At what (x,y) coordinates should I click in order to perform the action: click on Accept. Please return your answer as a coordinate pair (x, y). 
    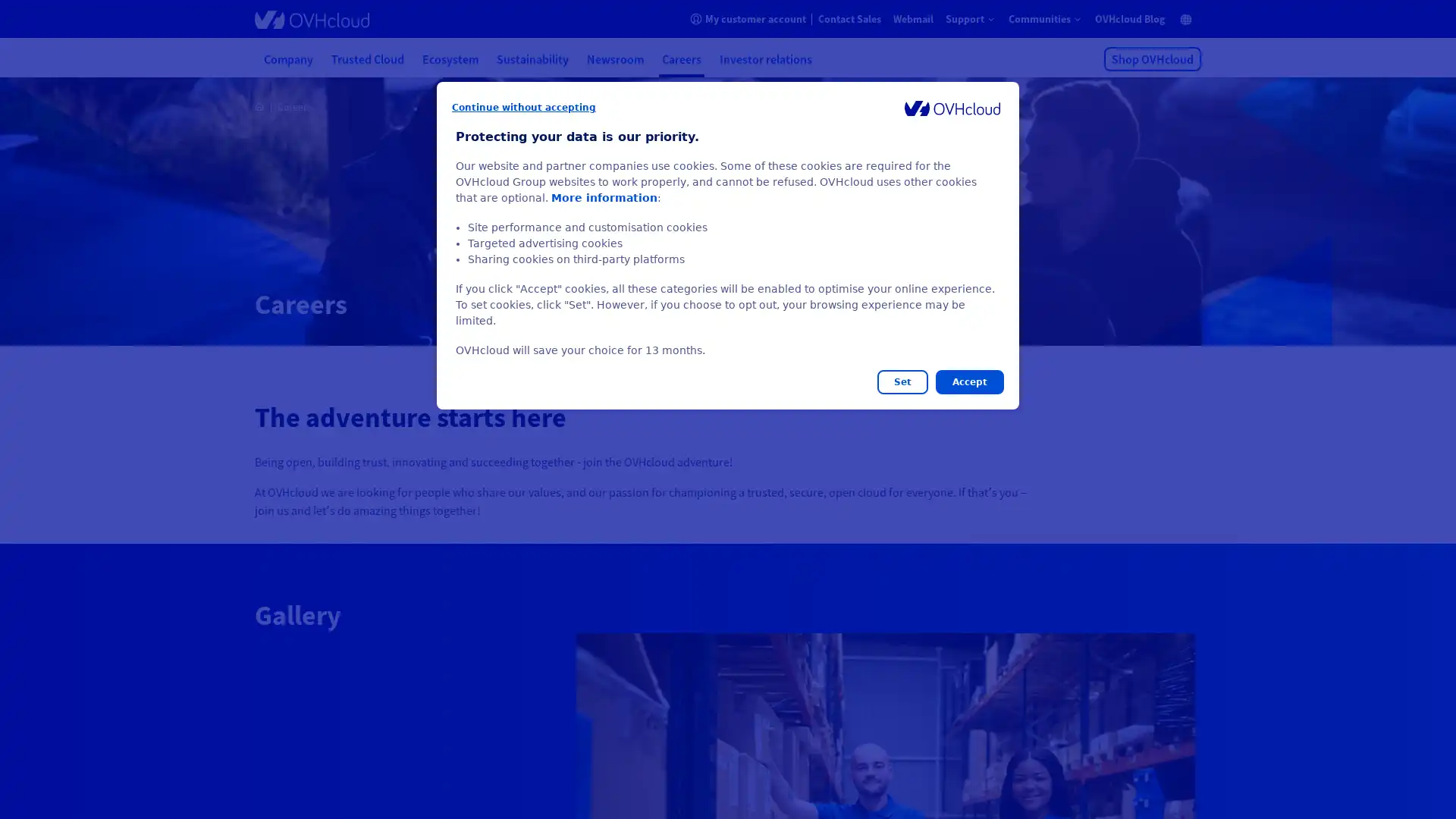
    Looking at the image, I should click on (968, 381).